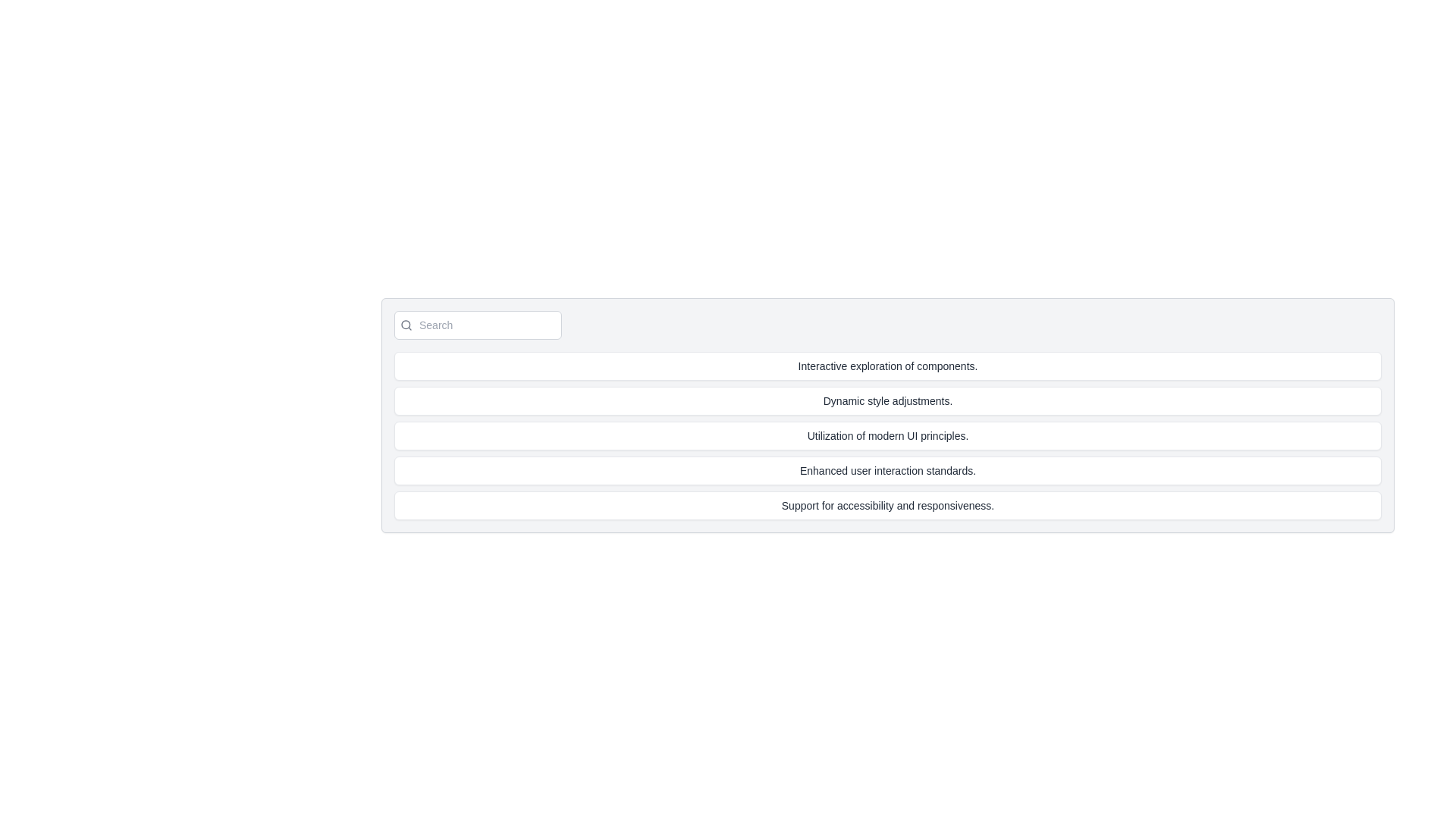 The height and width of the screenshot is (819, 1456). I want to click on the static text element represented by the lowercase letter 'e' in the phrase 'Enhanced user interaction standards.', so click(864, 470).